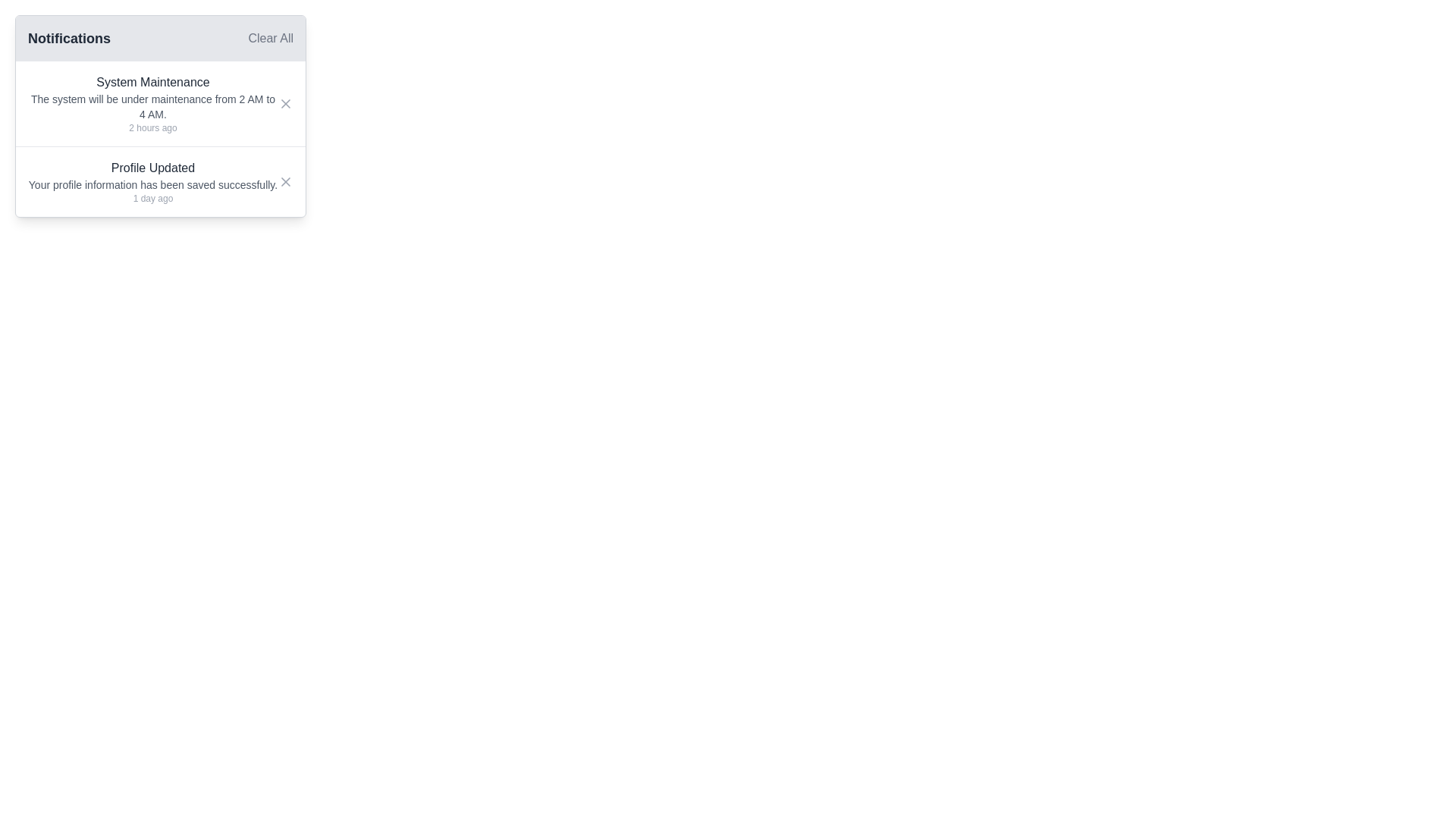 The image size is (1456, 819). Describe the element at coordinates (160, 180) in the screenshot. I see `the notification titled 'Profile Updated' located below the 'System Maintenance' notification in the Notifications list` at that location.